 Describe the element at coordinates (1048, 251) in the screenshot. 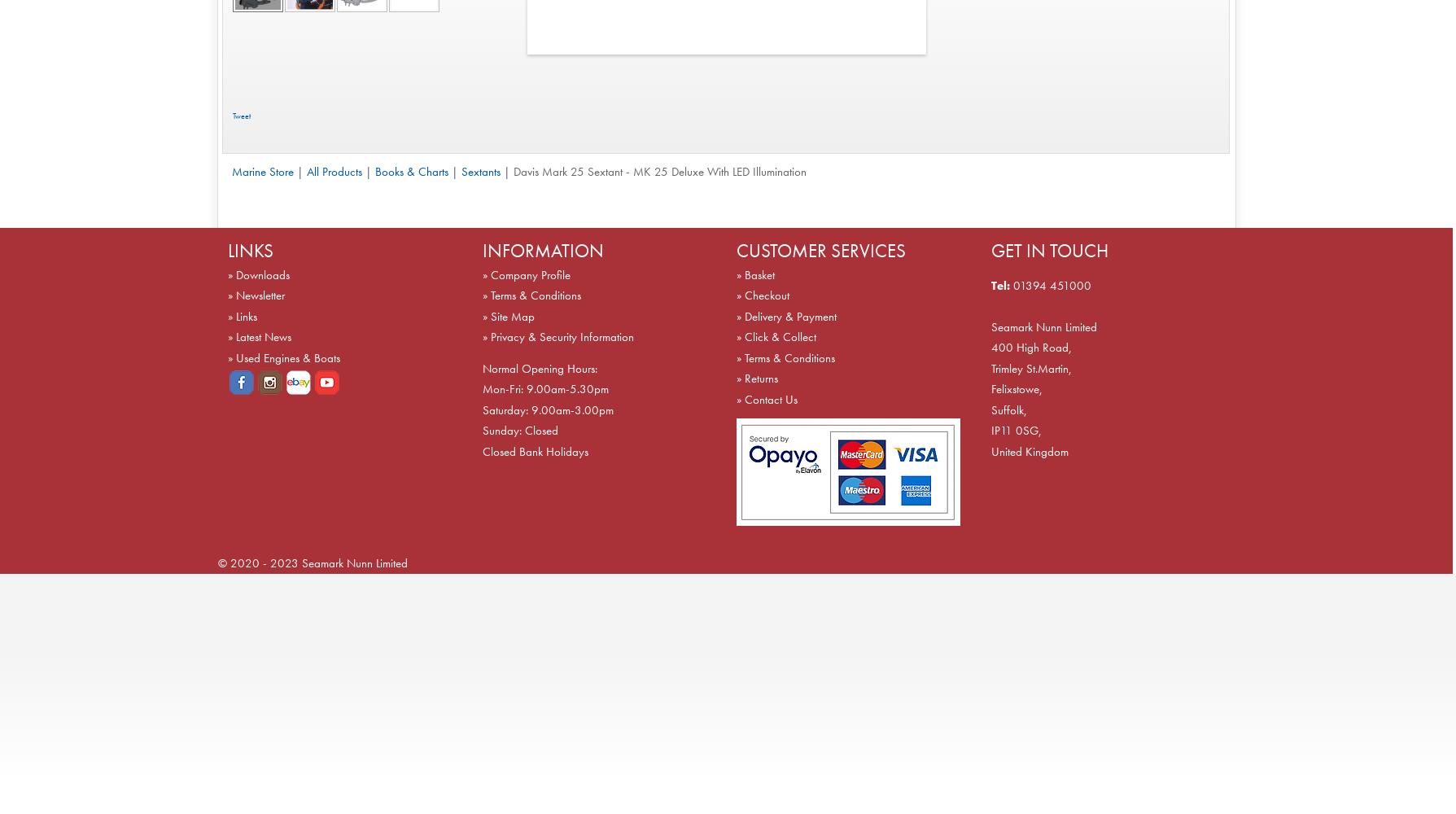

I see `'GET IN TOUCH'` at that location.